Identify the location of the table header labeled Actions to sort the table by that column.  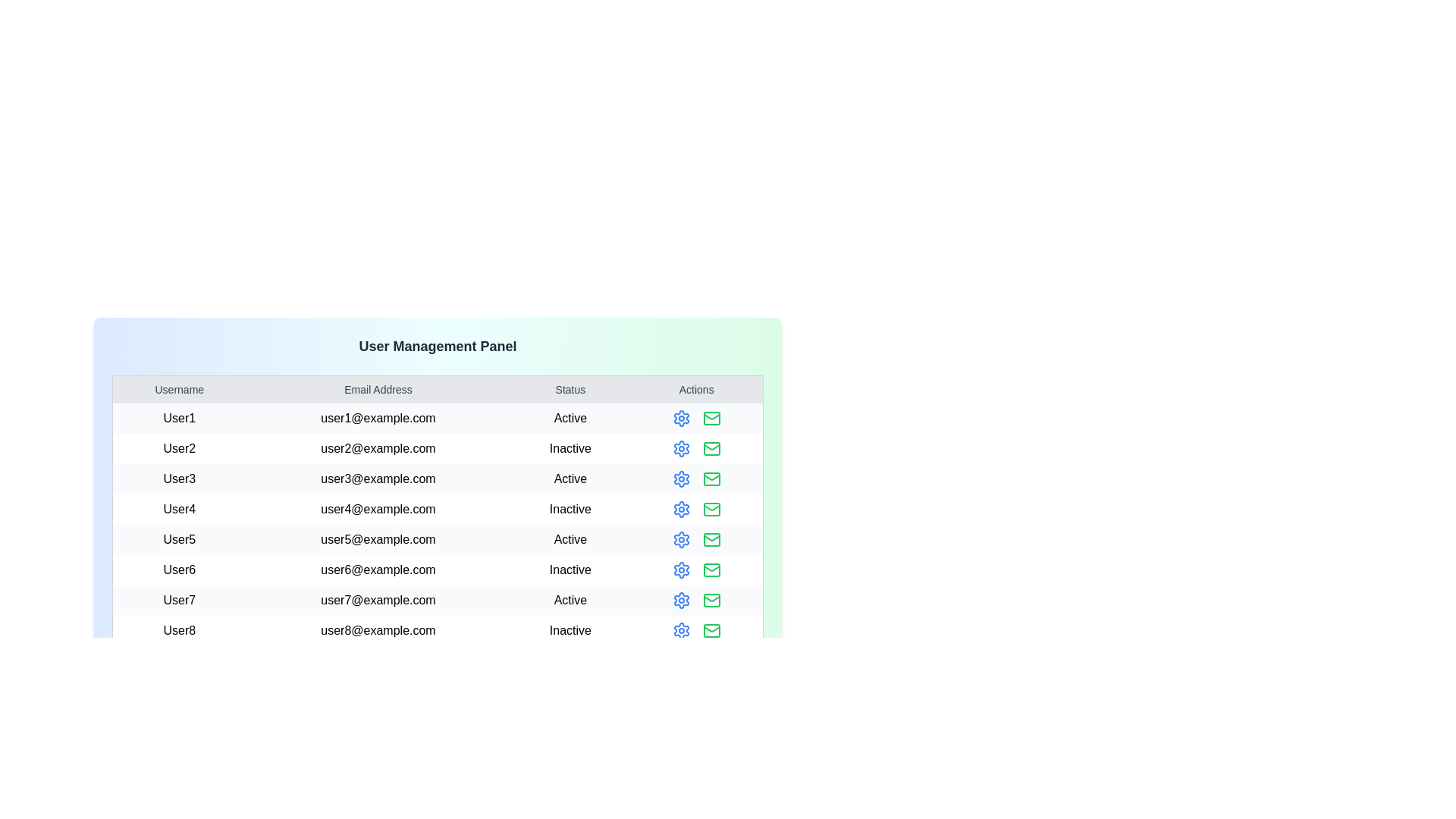
(695, 388).